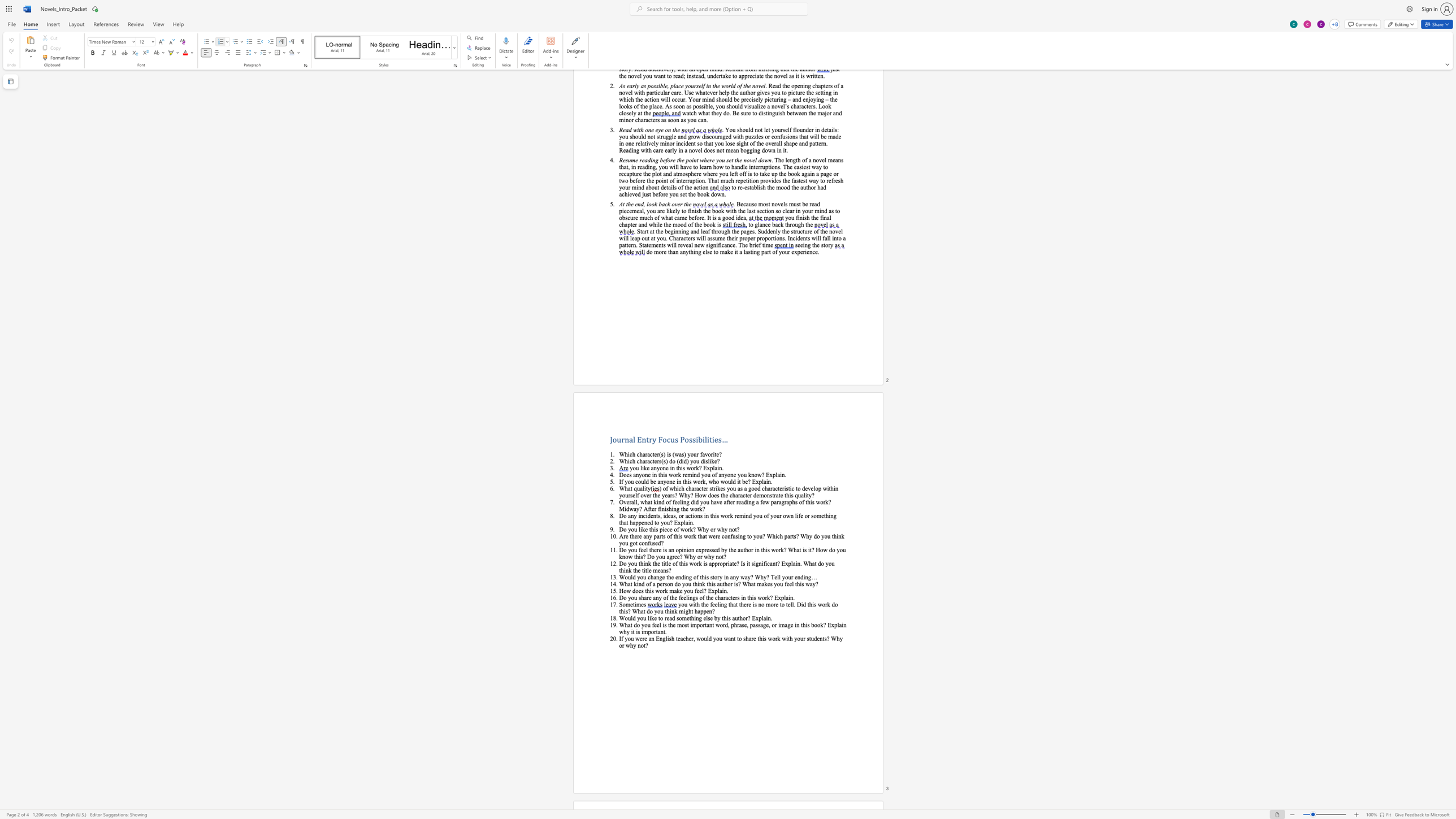  What do you see at coordinates (672, 624) in the screenshot?
I see `the space between the continuous character "h" and "e" in the text` at bounding box center [672, 624].